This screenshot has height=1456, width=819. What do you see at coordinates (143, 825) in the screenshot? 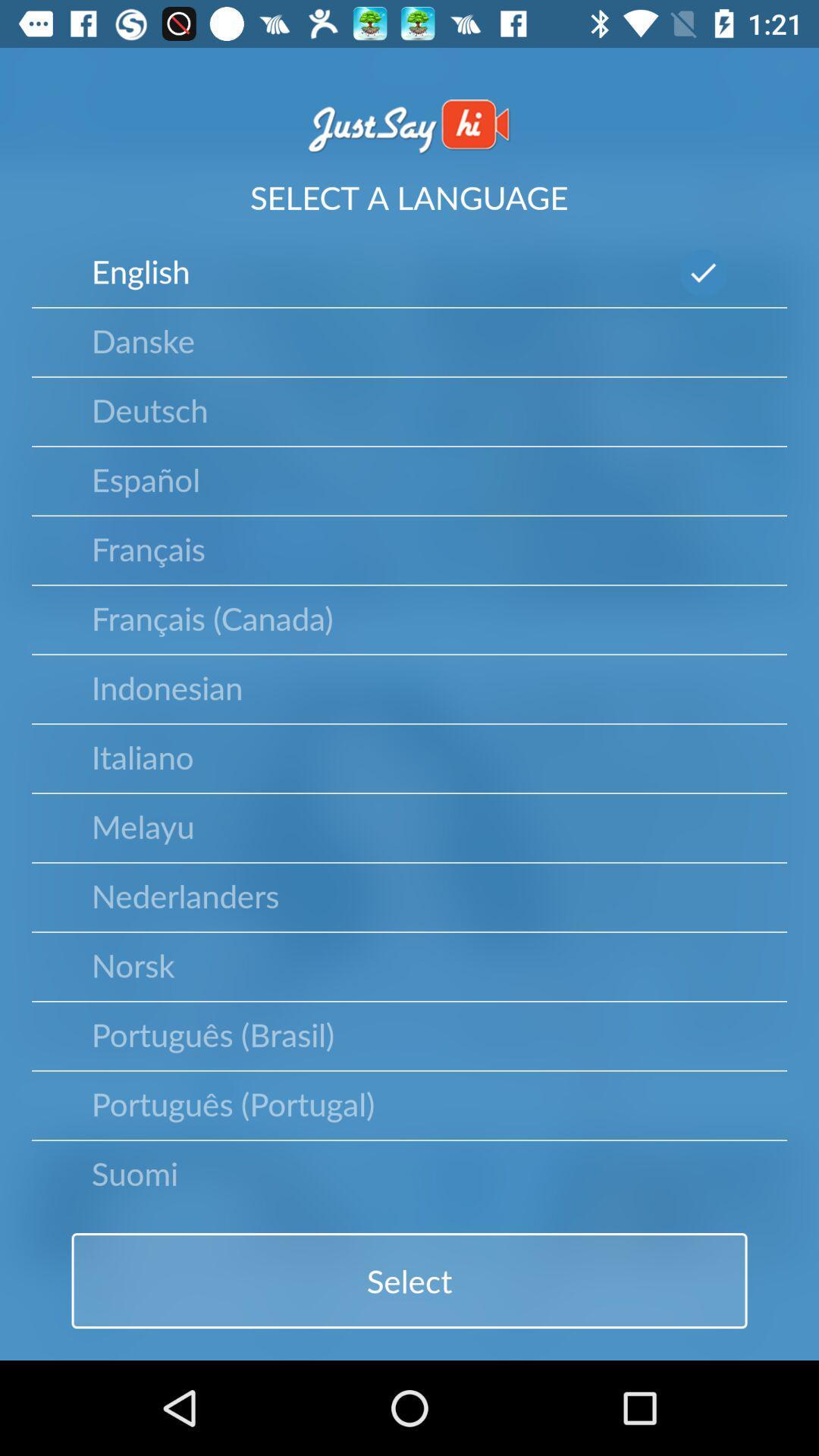
I see `the melayu item` at bounding box center [143, 825].